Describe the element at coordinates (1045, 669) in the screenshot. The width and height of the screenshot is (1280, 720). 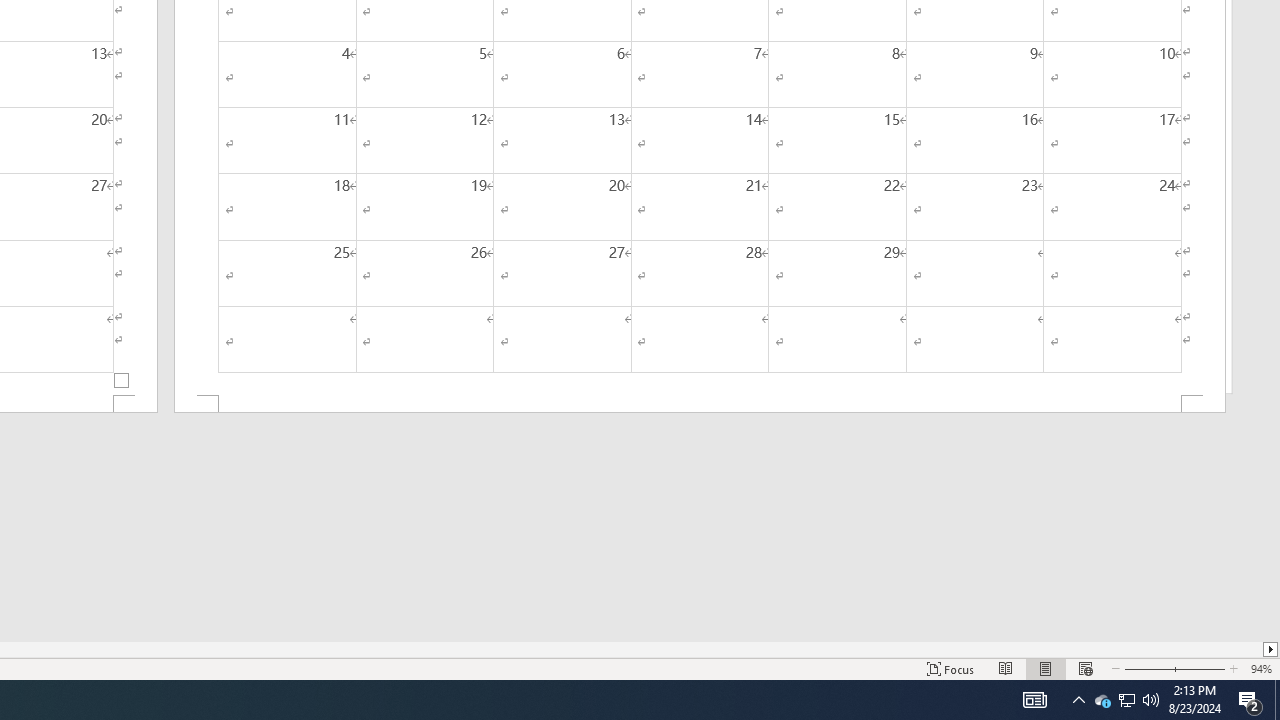
I see `'Print Layout'` at that location.